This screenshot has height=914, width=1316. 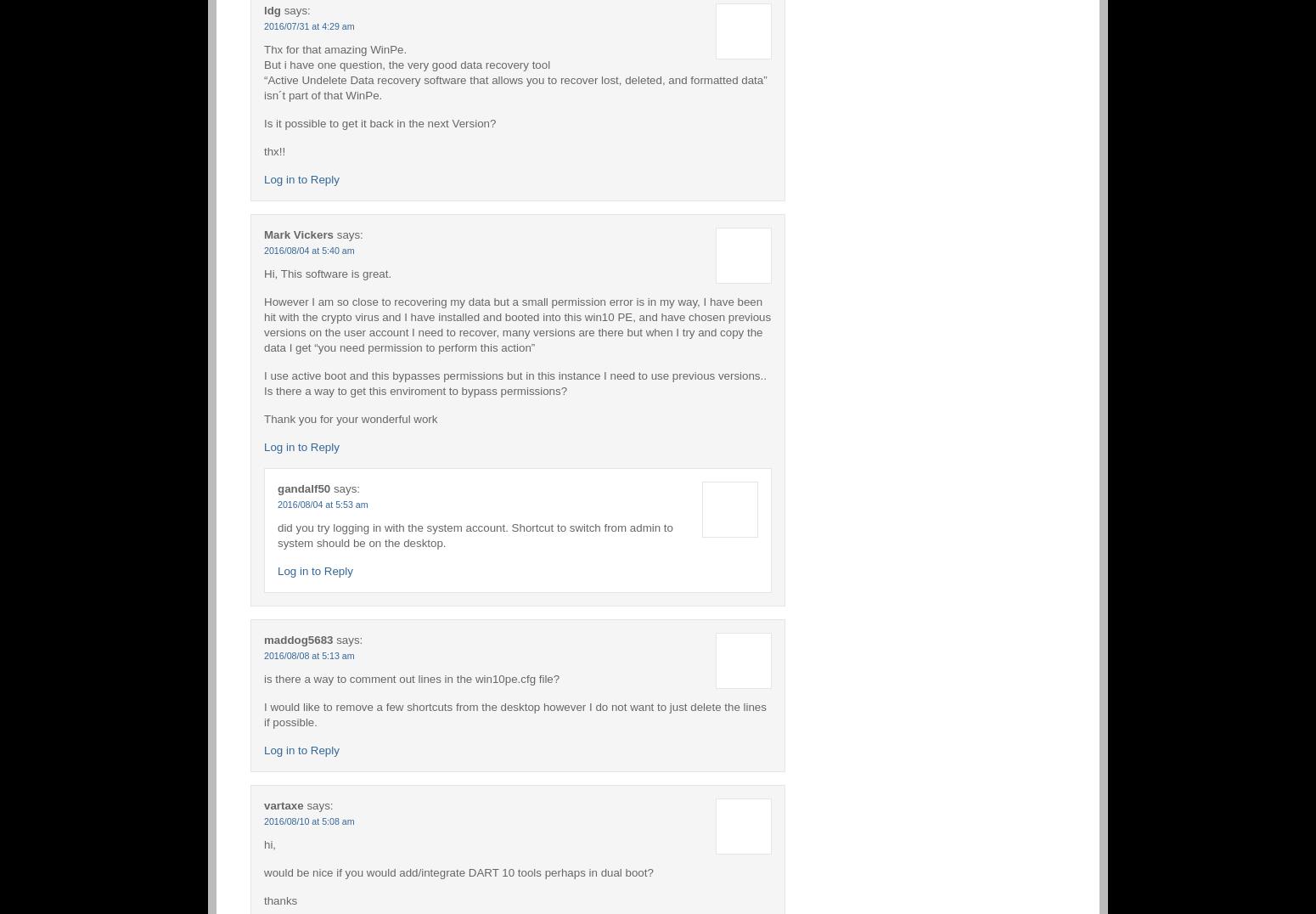 I want to click on 'Hi, This software is great.', so click(x=326, y=273).